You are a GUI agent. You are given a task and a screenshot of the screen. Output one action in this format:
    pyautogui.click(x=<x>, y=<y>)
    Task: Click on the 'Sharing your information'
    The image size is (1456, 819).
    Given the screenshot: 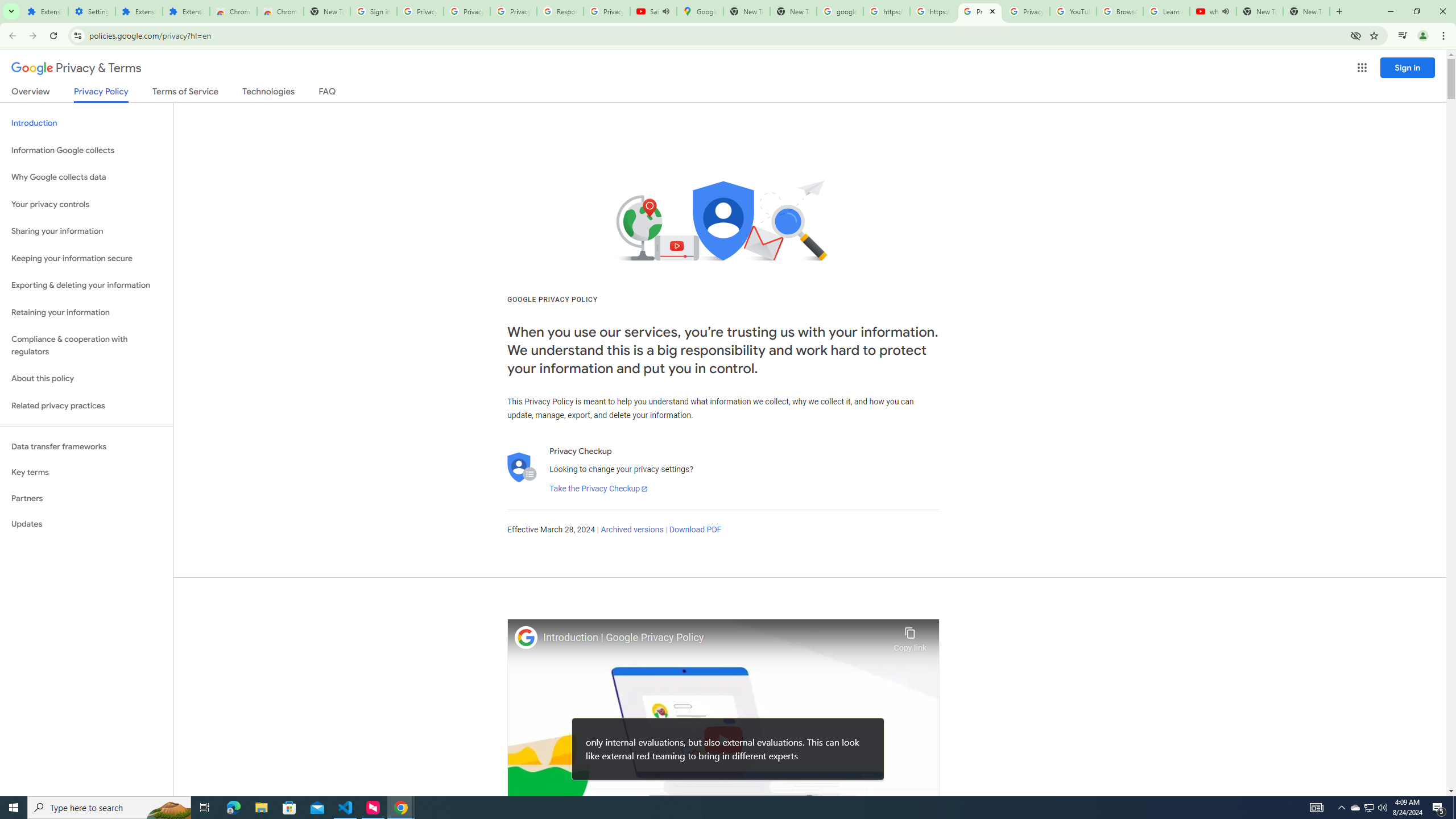 What is the action you would take?
    pyautogui.click(x=86, y=230)
    